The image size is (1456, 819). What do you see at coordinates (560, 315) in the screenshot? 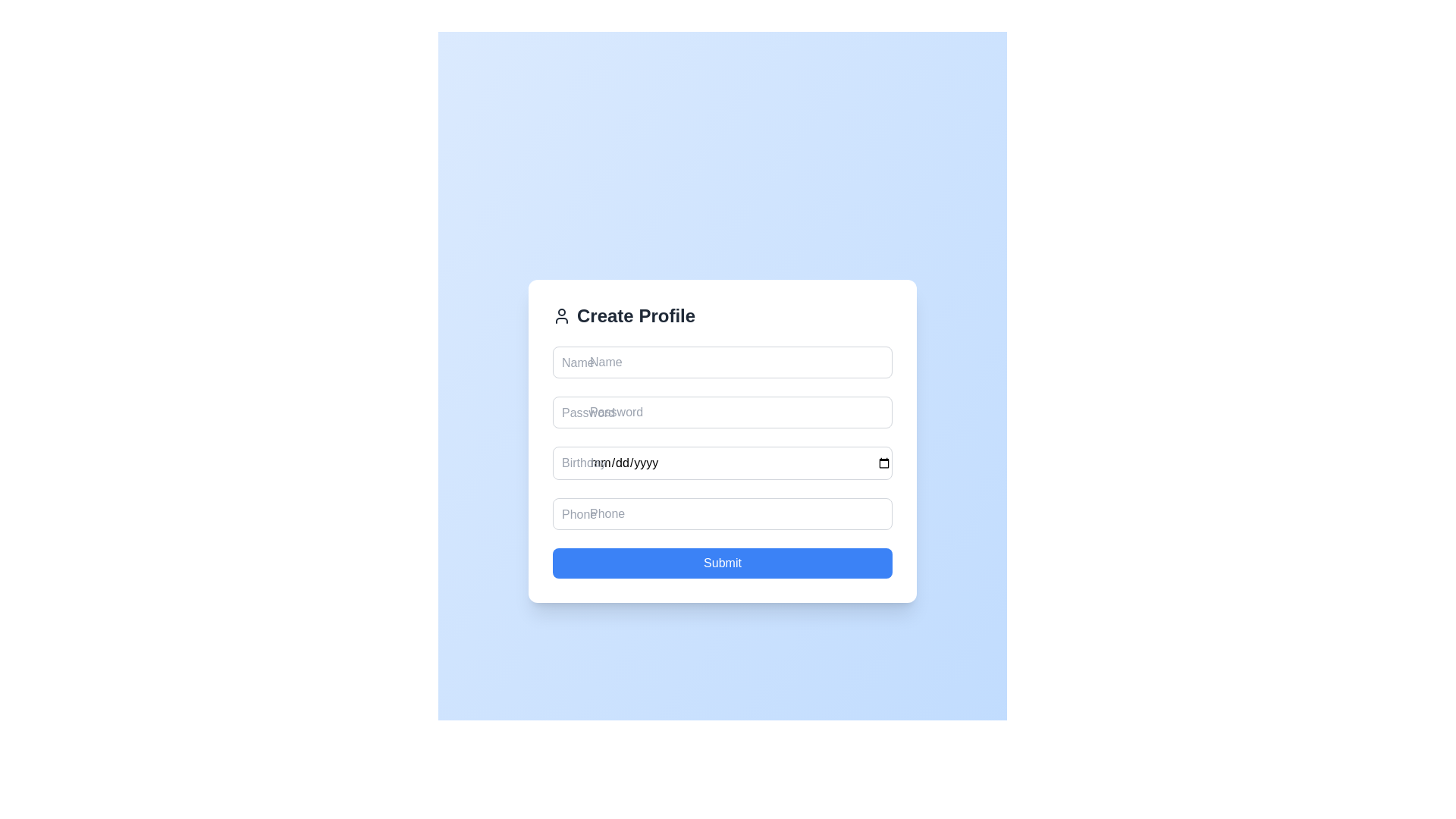
I see `the user icon located to the left of the 'Create Profile' text in the header section of the form` at bounding box center [560, 315].